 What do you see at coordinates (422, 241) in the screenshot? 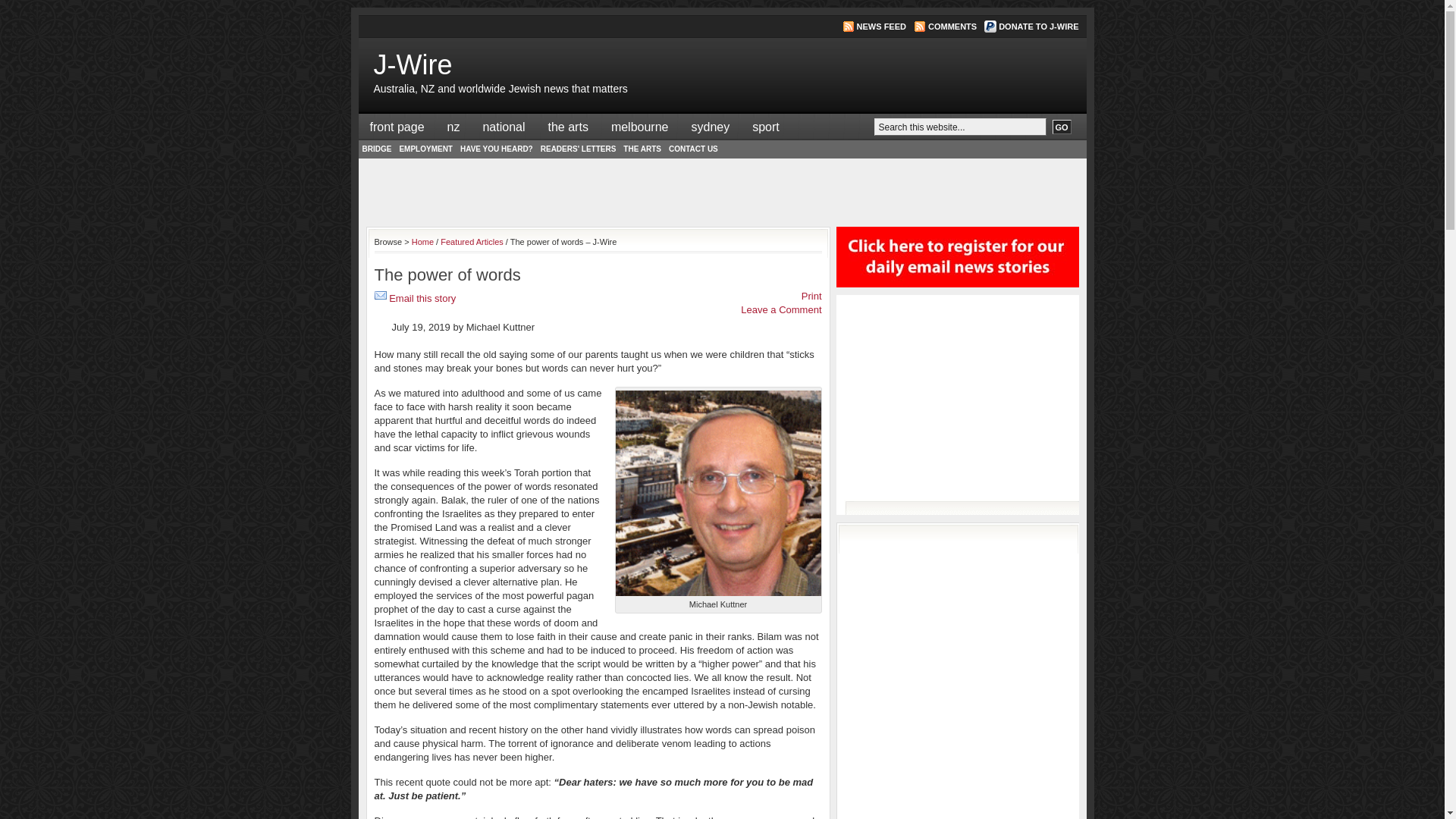
I see `'Home'` at bounding box center [422, 241].